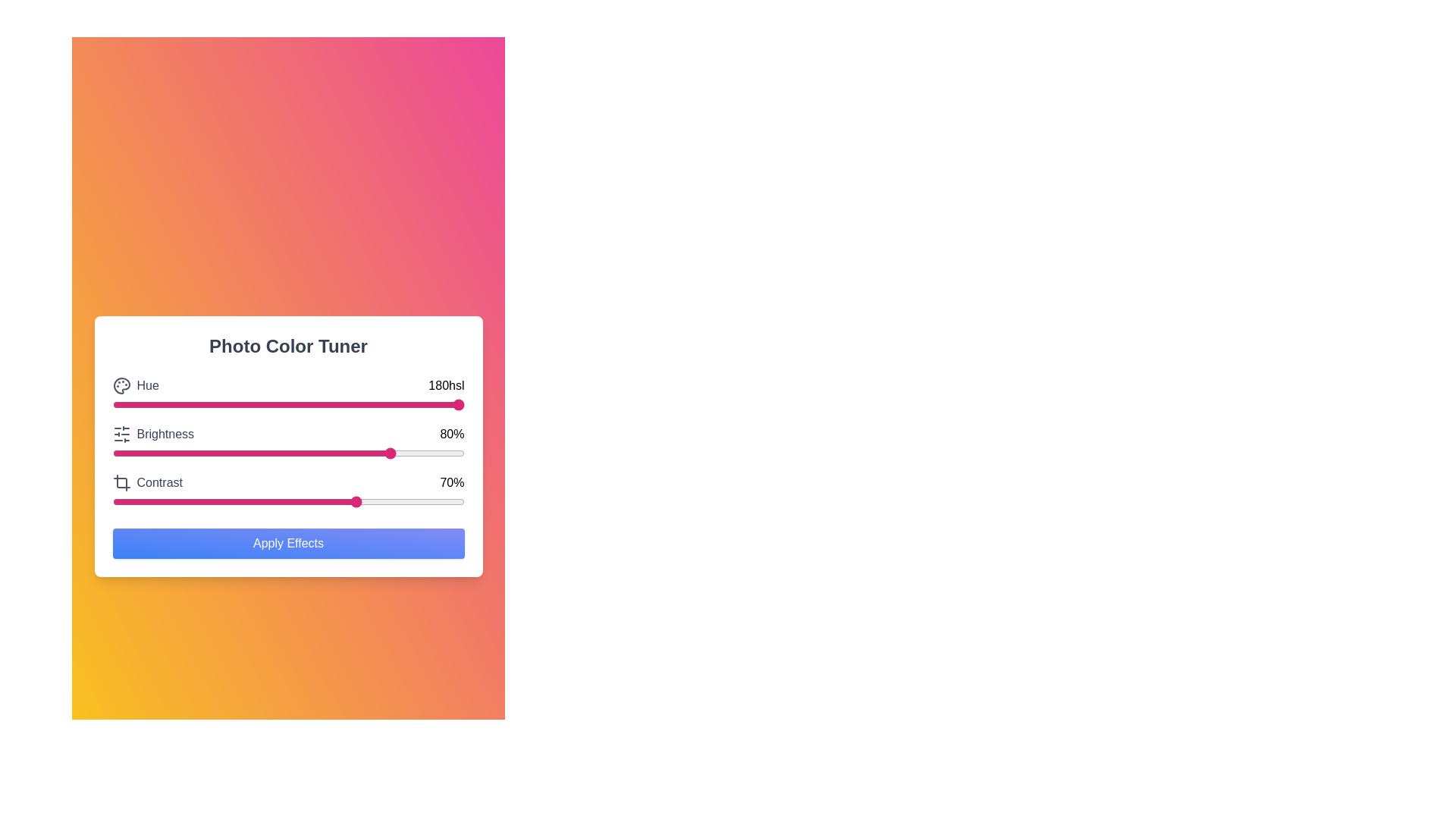  Describe the element at coordinates (147, 403) in the screenshot. I see `the hue slider to set the hue value to 10` at that location.